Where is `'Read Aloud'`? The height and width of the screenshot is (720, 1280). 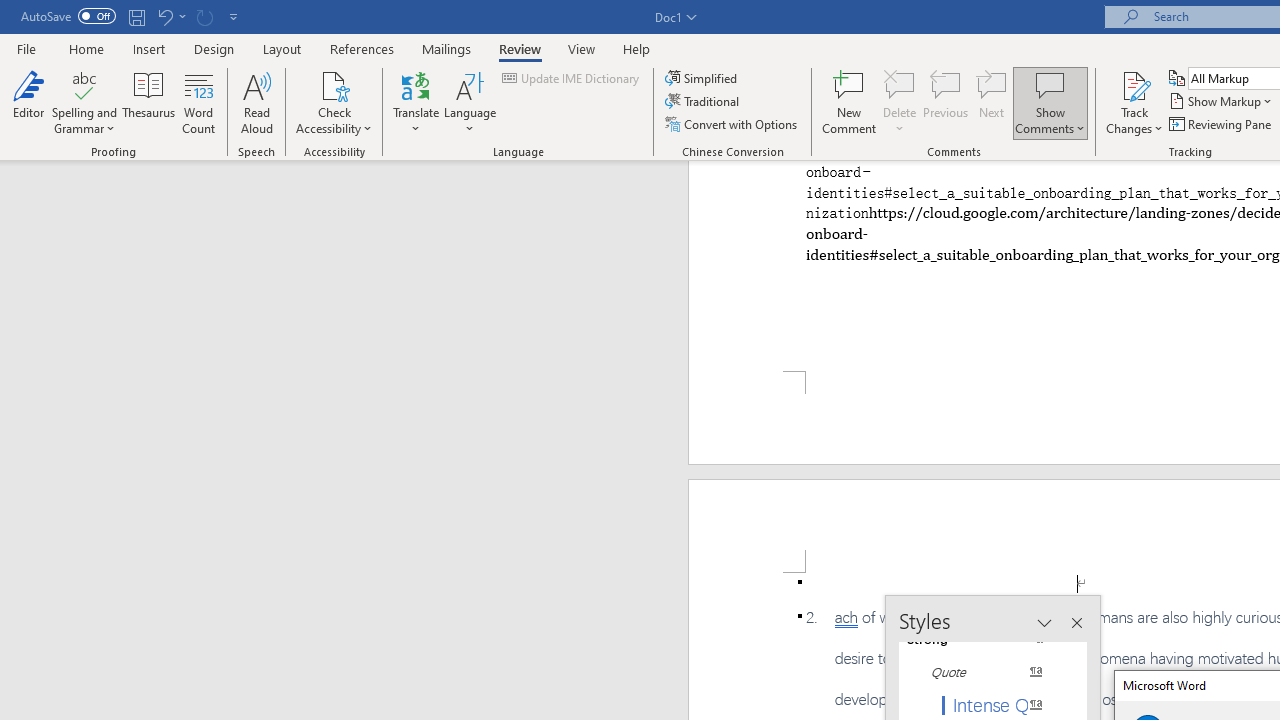 'Read Aloud' is located at coordinates (255, 103).